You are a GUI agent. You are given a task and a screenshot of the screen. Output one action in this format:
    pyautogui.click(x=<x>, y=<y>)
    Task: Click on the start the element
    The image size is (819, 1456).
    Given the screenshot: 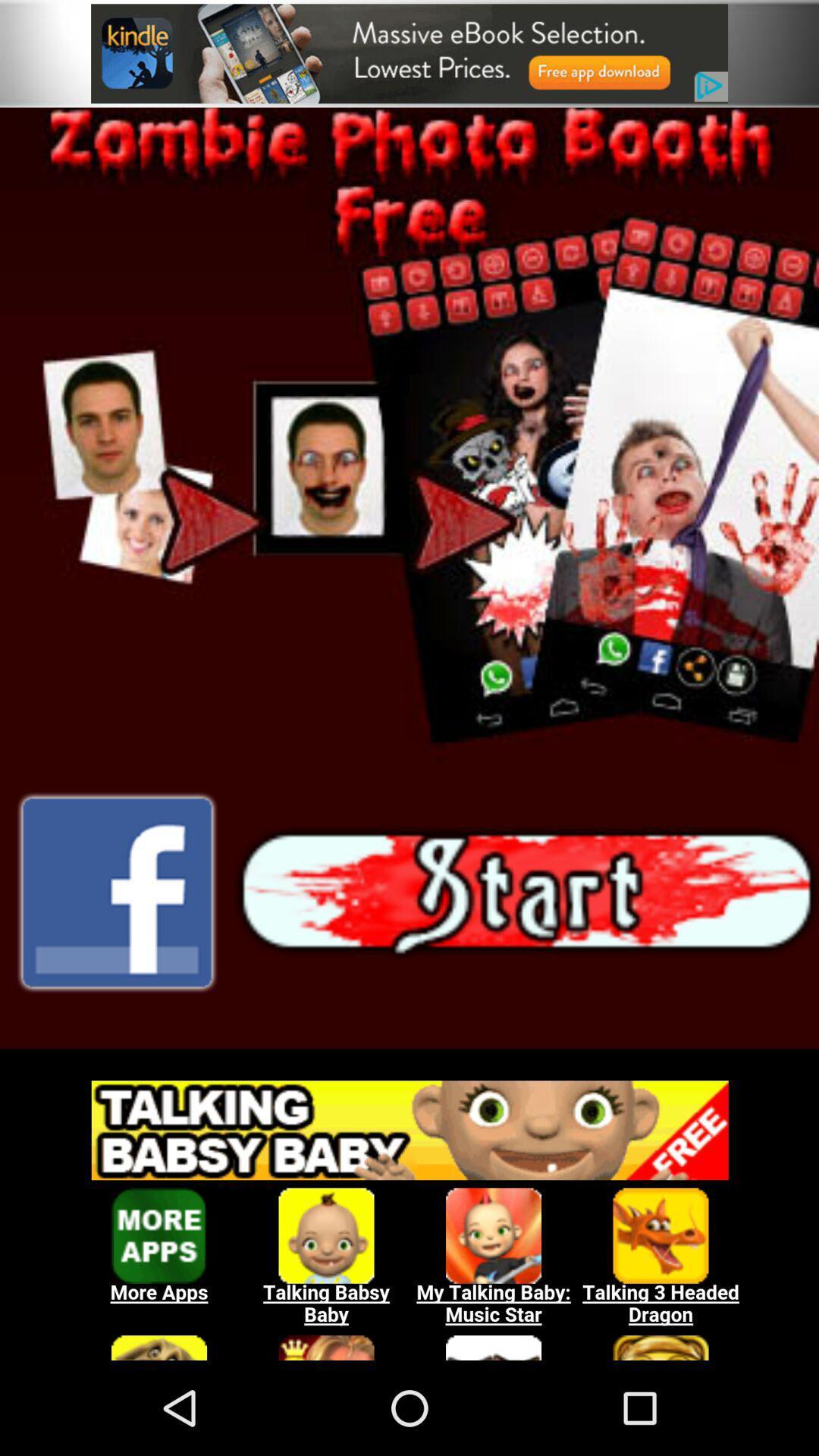 What is the action you would take?
    pyautogui.click(x=526, y=893)
    